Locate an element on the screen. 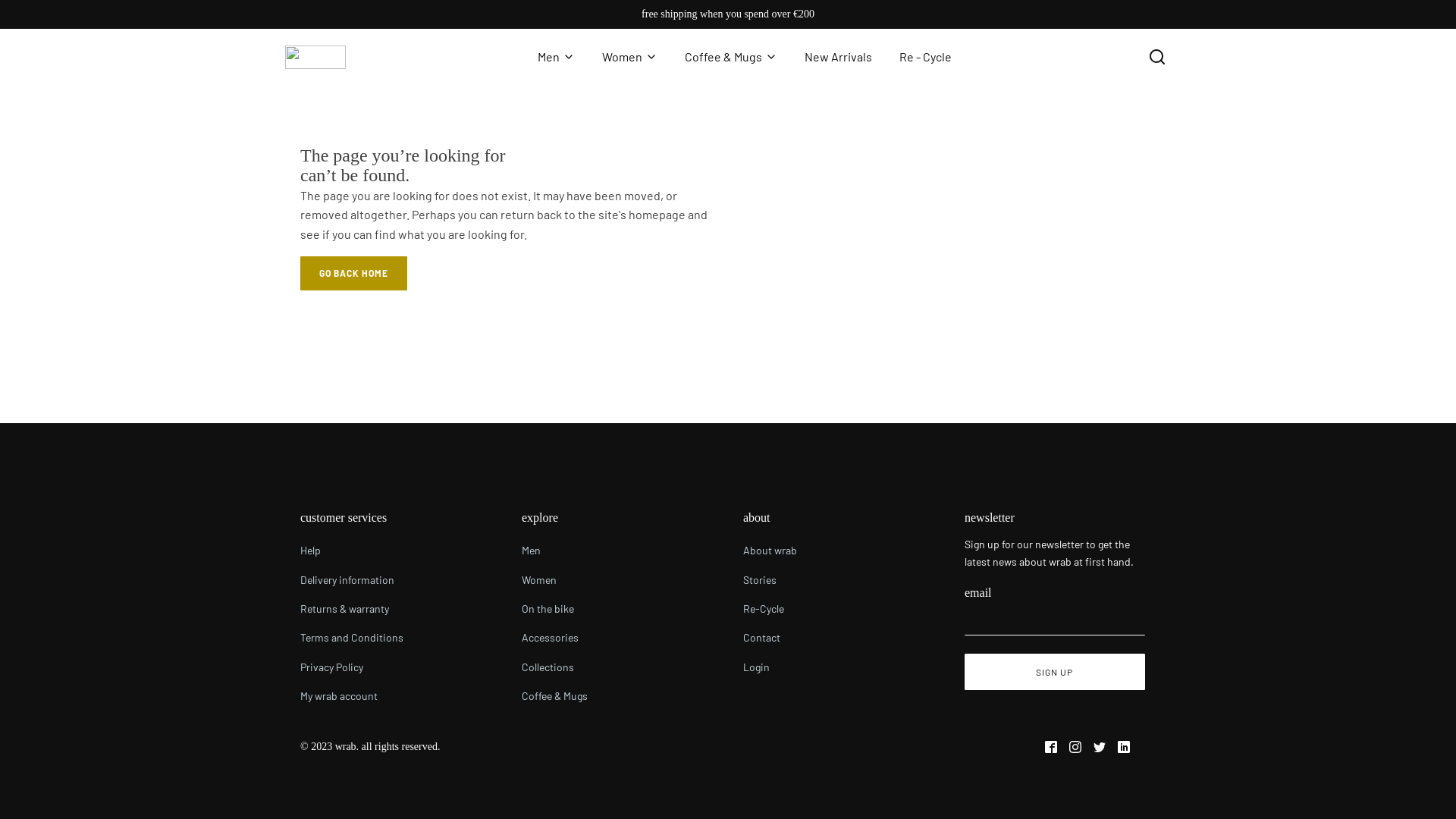  'Returns & warranty' is located at coordinates (351, 607).